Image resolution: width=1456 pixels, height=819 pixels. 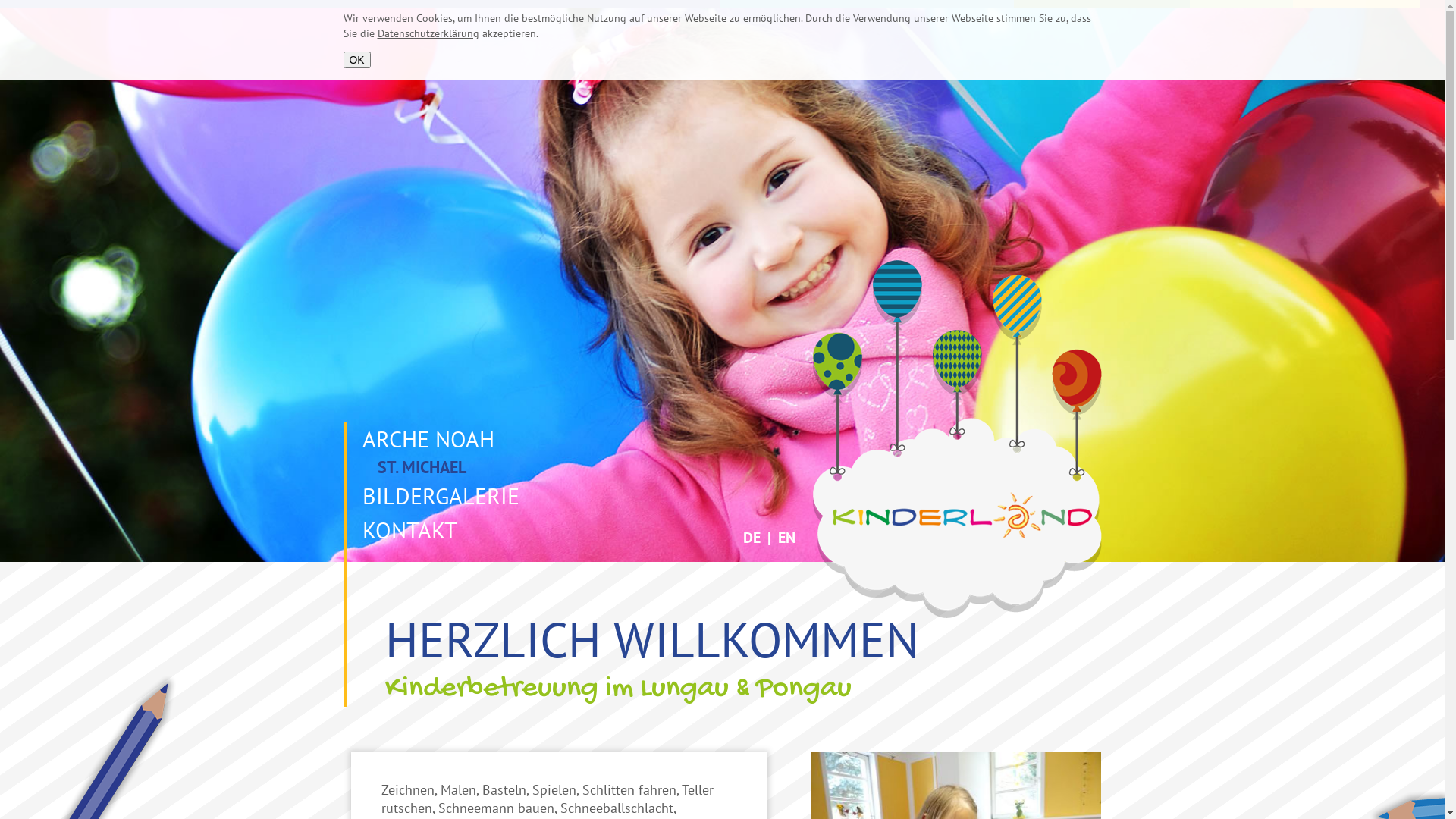 What do you see at coordinates (356, 58) in the screenshot?
I see `'OK'` at bounding box center [356, 58].